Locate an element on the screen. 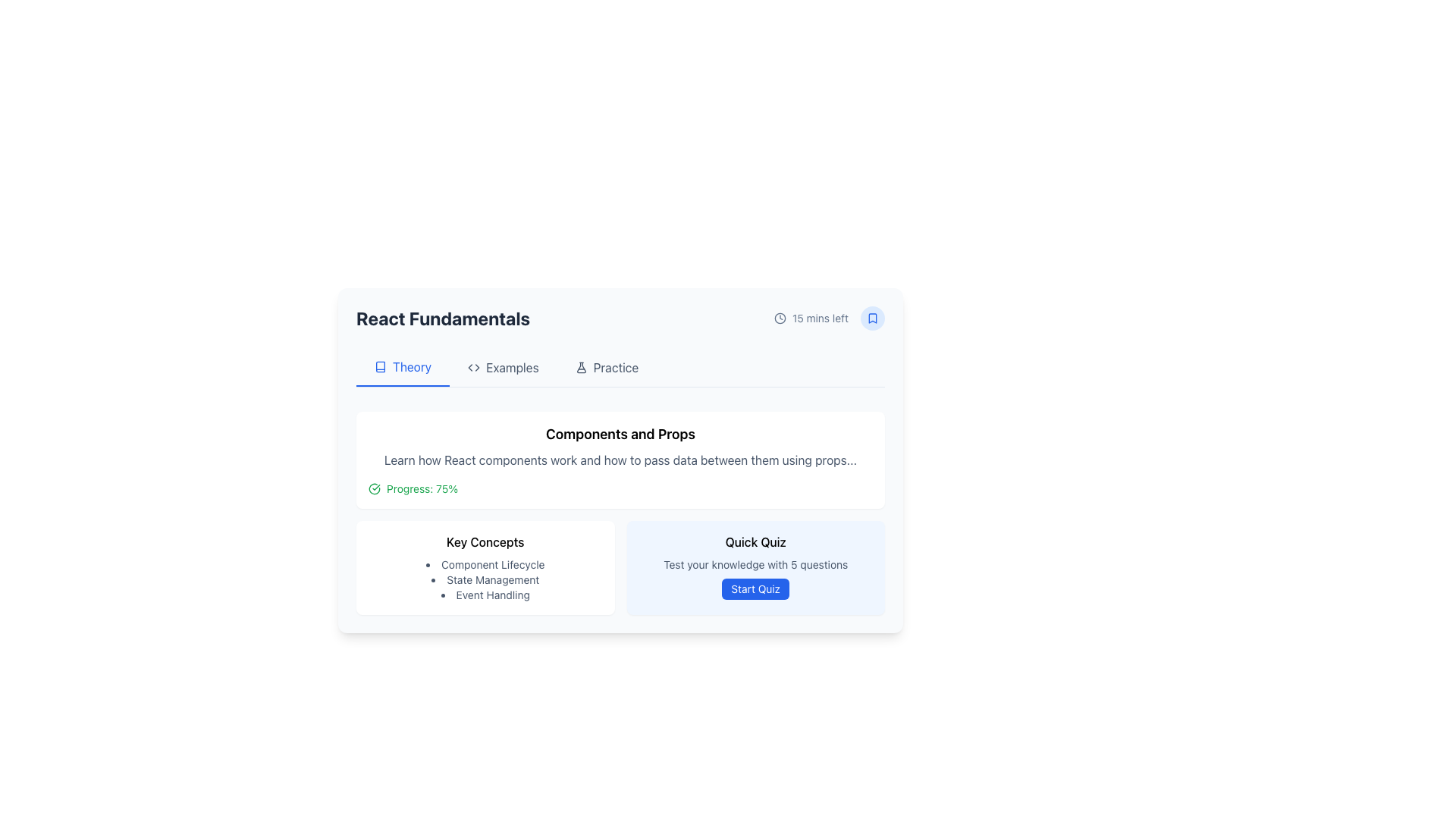 The image size is (1456, 819). the laboratory flask icon located to the left of the 'Practice' text within the 'Practice' button is located at coordinates (580, 368).